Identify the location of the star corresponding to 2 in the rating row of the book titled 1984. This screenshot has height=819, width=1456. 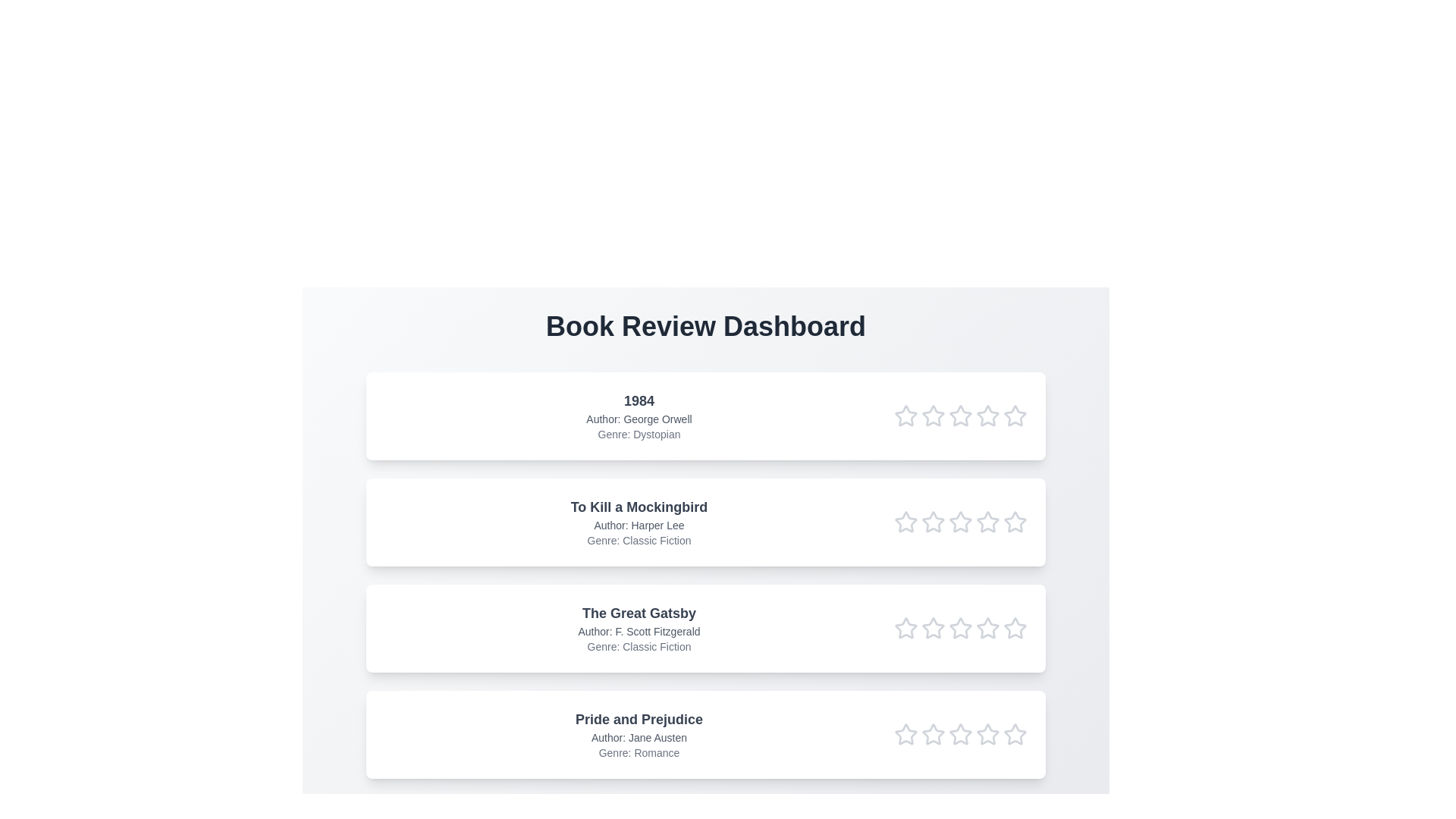
(932, 416).